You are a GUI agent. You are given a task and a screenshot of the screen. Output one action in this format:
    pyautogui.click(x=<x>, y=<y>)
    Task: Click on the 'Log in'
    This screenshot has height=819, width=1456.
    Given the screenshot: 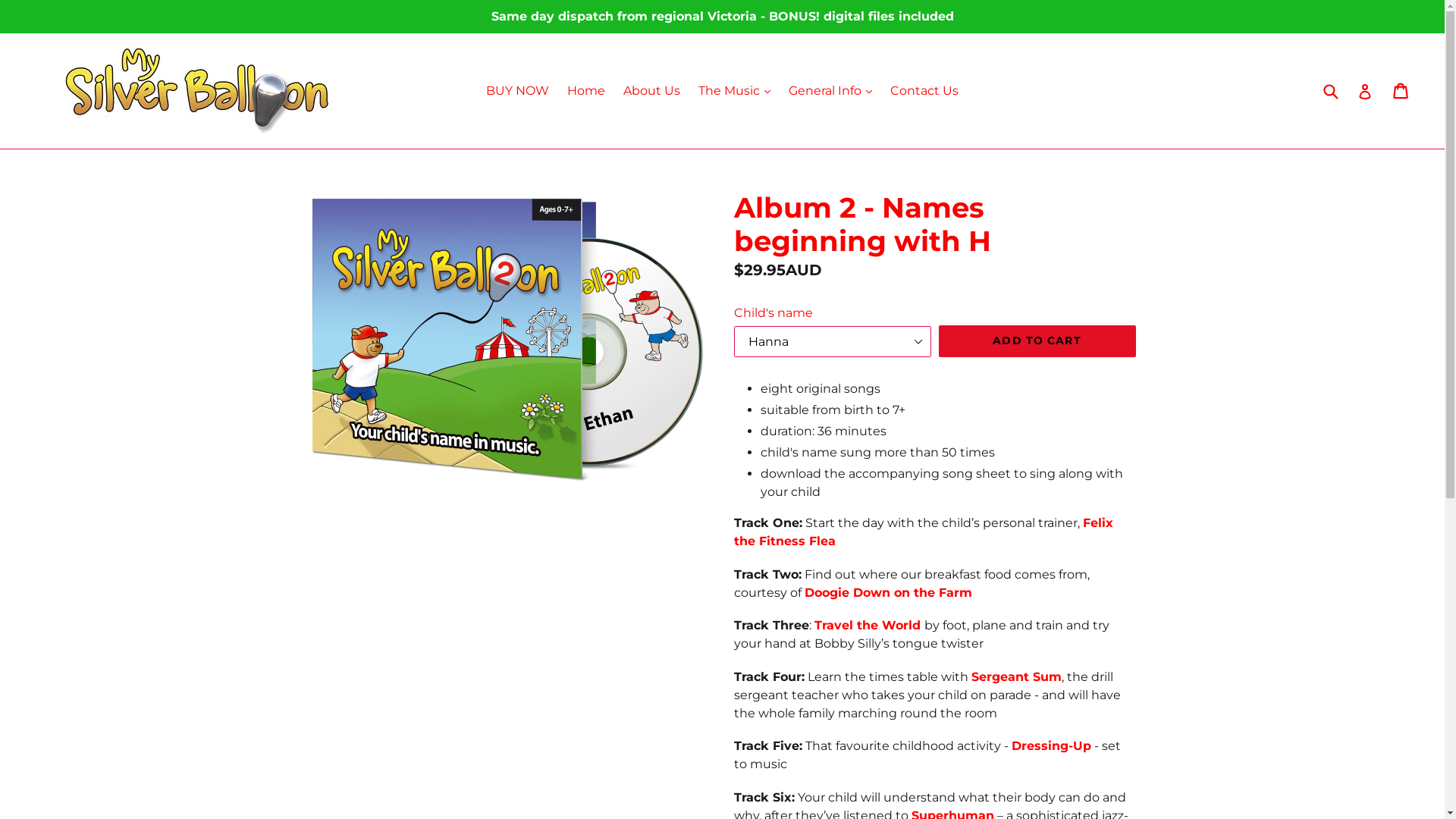 What is the action you would take?
    pyautogui.click(x=1357, y=90)
    